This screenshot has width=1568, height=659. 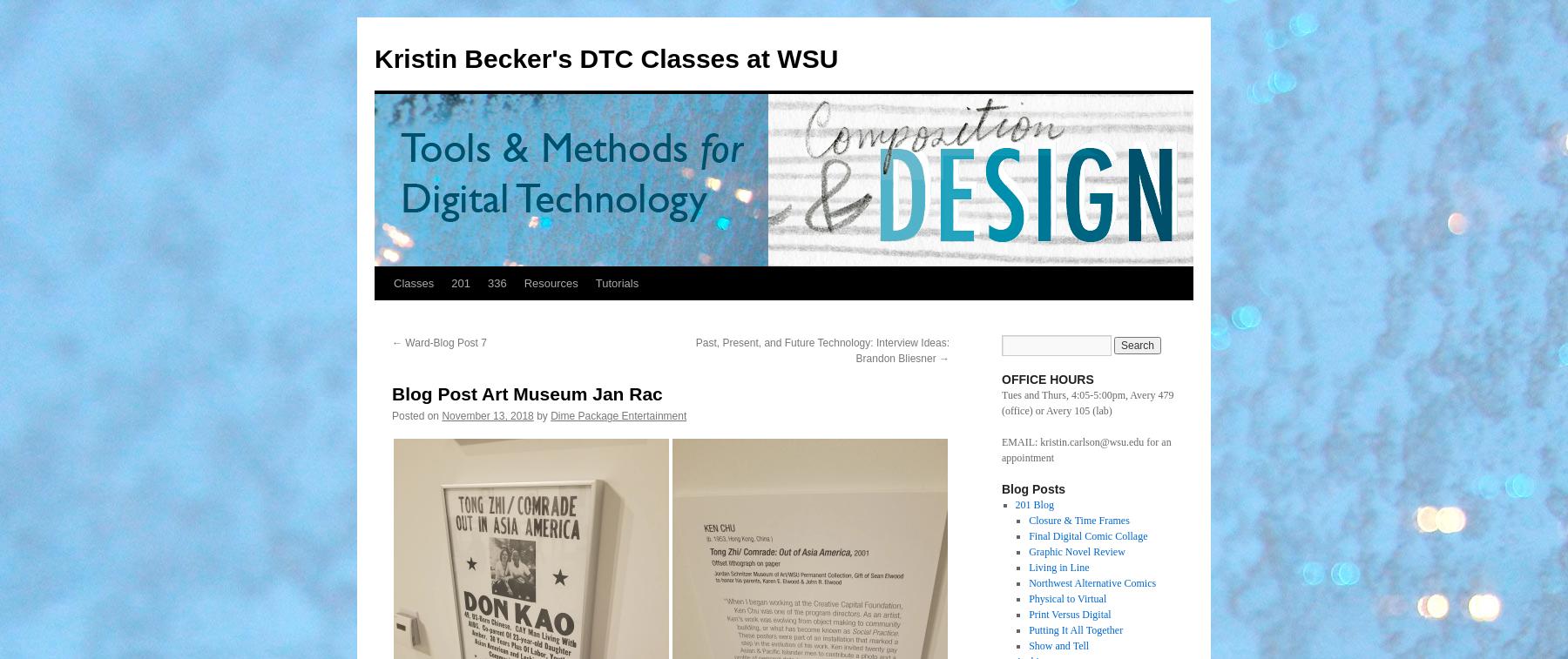 What do you see at coordinates (1046, 380) in the screenshot?
I see `'OFFICE HOURS'` at bounding box center [1046, 380].